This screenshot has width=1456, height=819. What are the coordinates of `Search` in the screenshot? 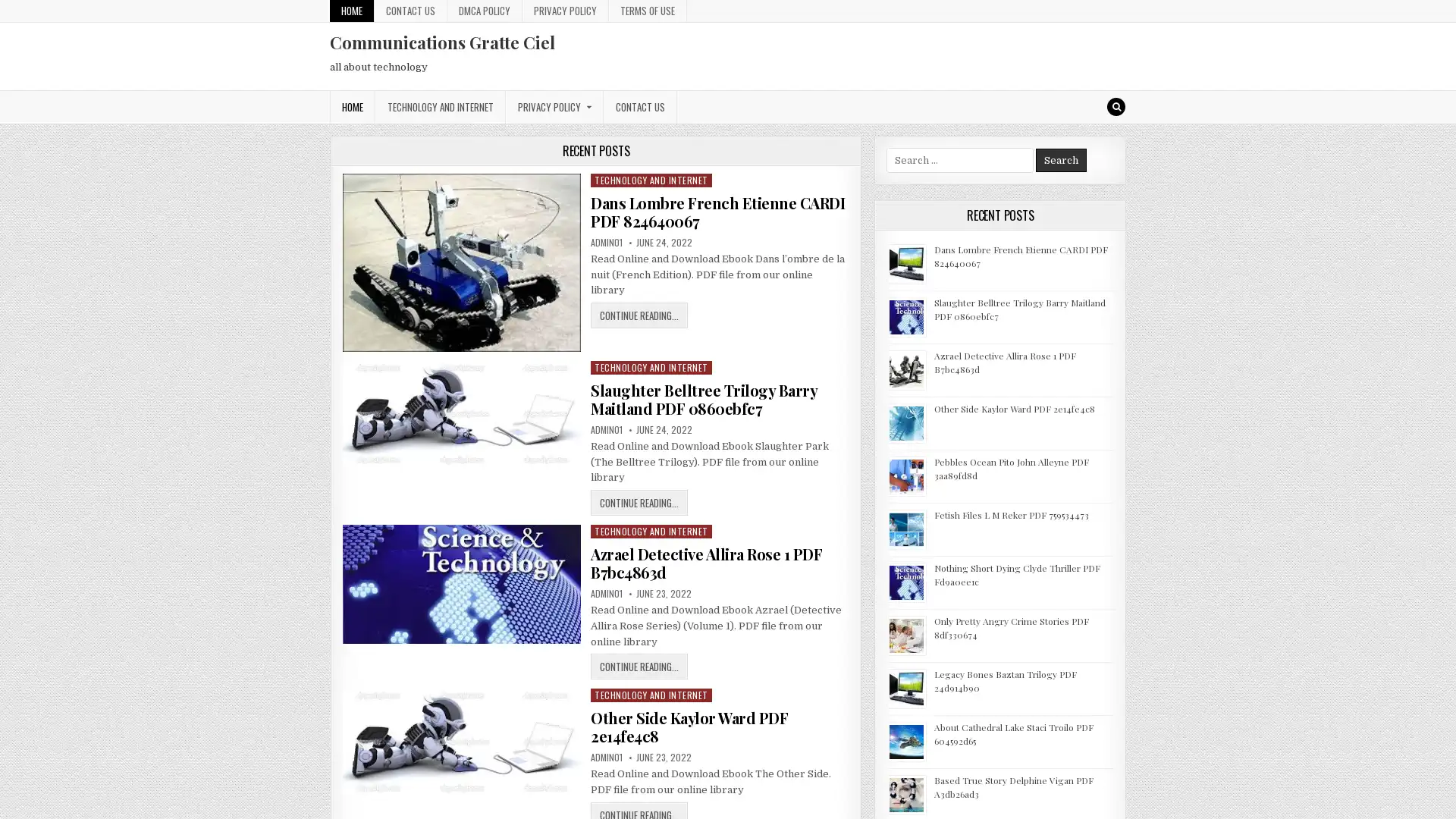 It's located at (1060, 160).